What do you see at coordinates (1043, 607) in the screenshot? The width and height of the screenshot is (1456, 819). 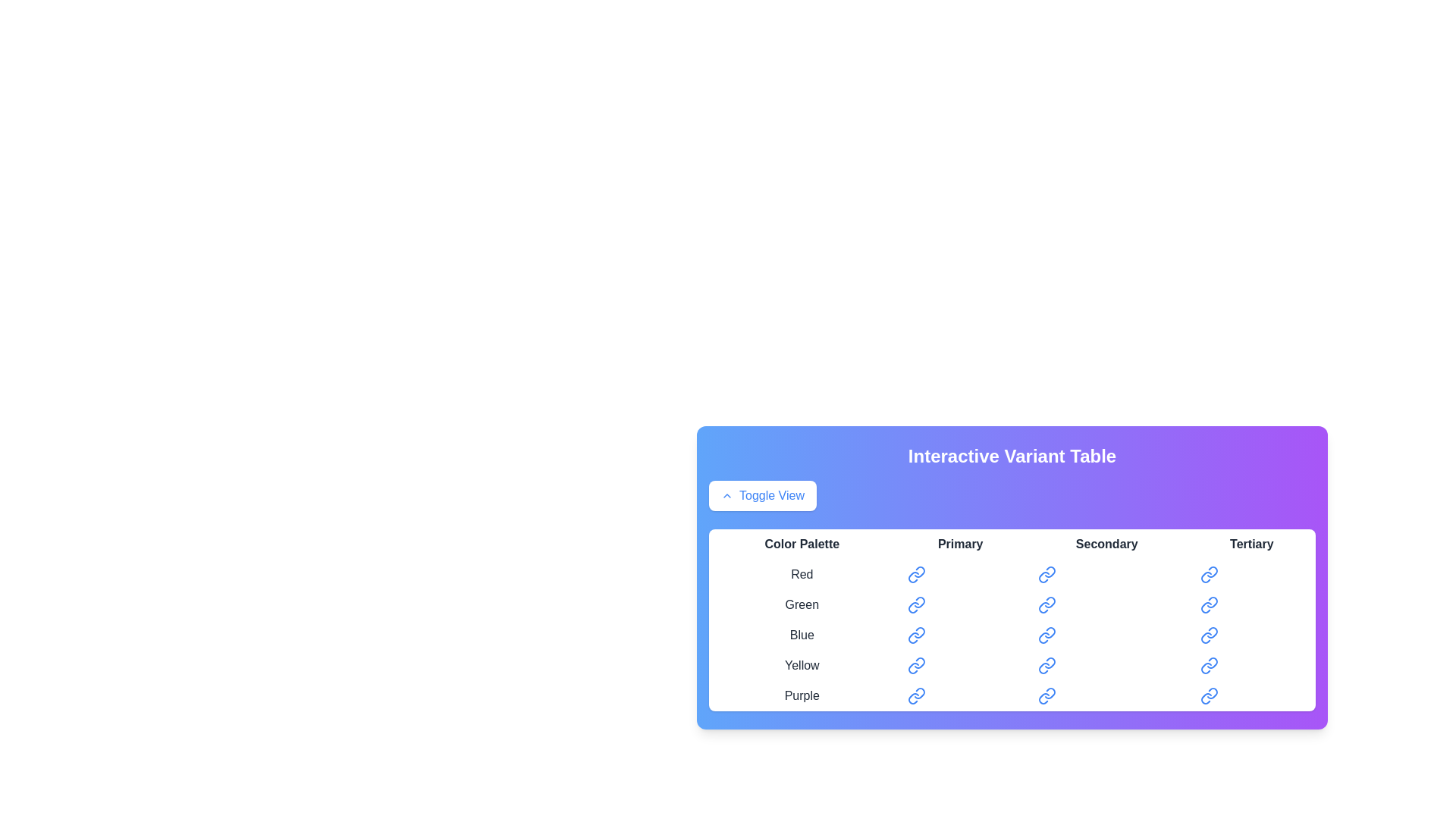 I see `the chain icon located in the 'Interactive Variant Table' section, specifically in the row for 'Green' under the 'Secondary' column, to interpret its representation for UI understanding` at bounding box center [1043, 607].